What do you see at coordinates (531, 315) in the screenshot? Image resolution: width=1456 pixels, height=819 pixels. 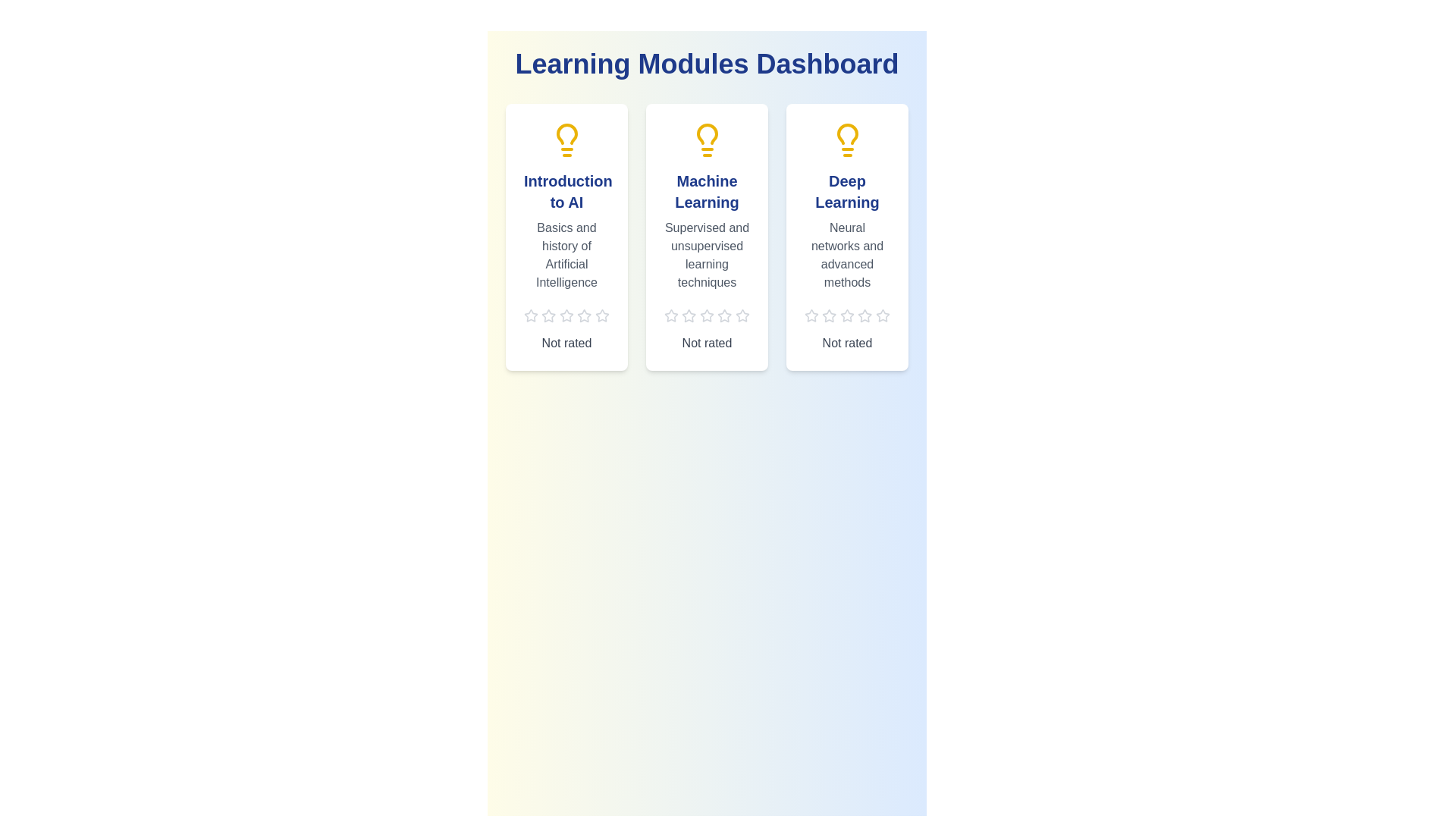 I see `the rating of a module to 1 stars by clicking on the corresponding star` at bounding box center [531, 315].